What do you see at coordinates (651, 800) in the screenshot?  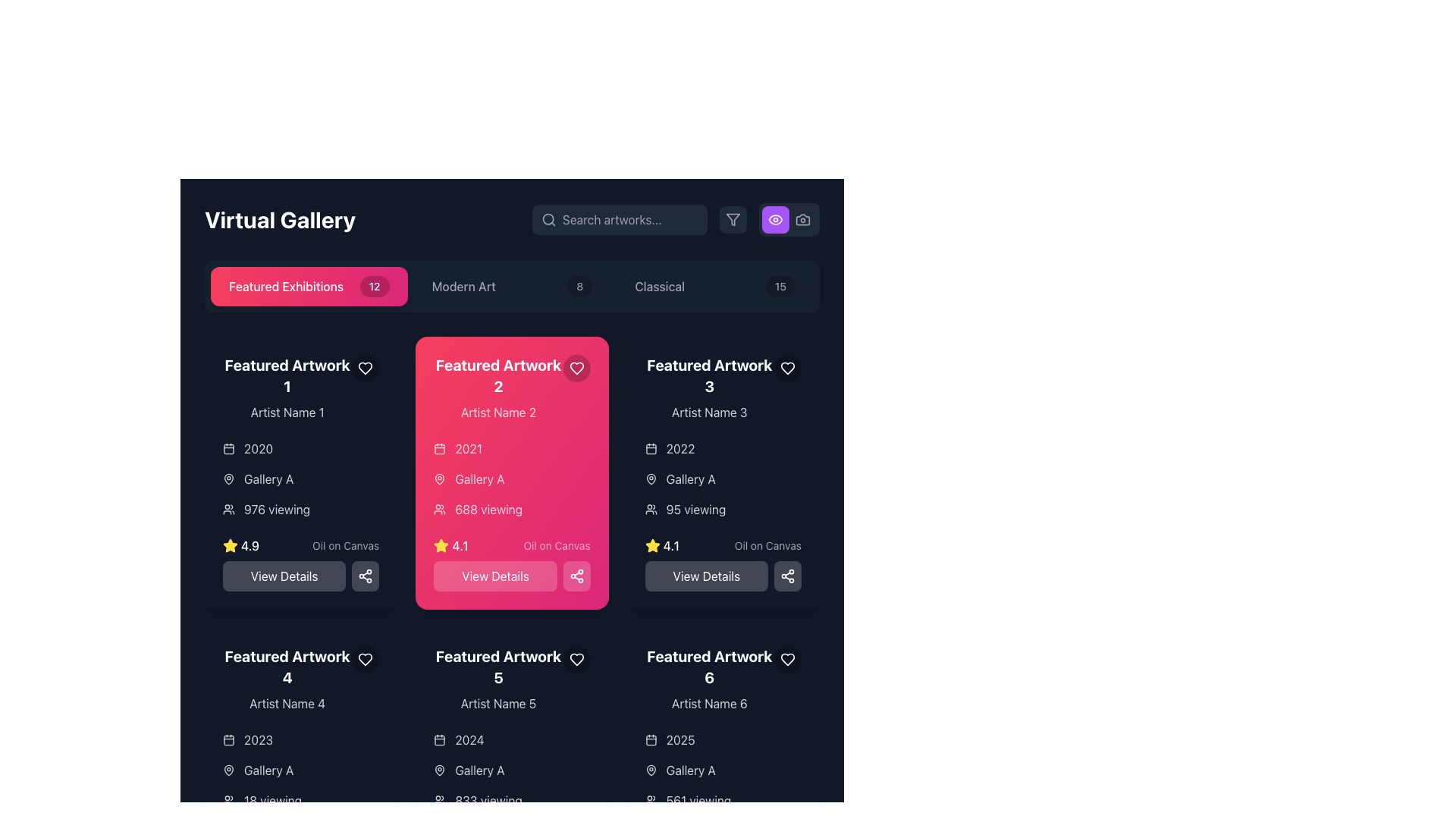 I see `the viewer icon located to the left of the '561 viewing' text for 'Featured Artwork 6', indicating the number of viewers. This icon should be clicked if it is interactive in another context` at bounding box center [651, 800].